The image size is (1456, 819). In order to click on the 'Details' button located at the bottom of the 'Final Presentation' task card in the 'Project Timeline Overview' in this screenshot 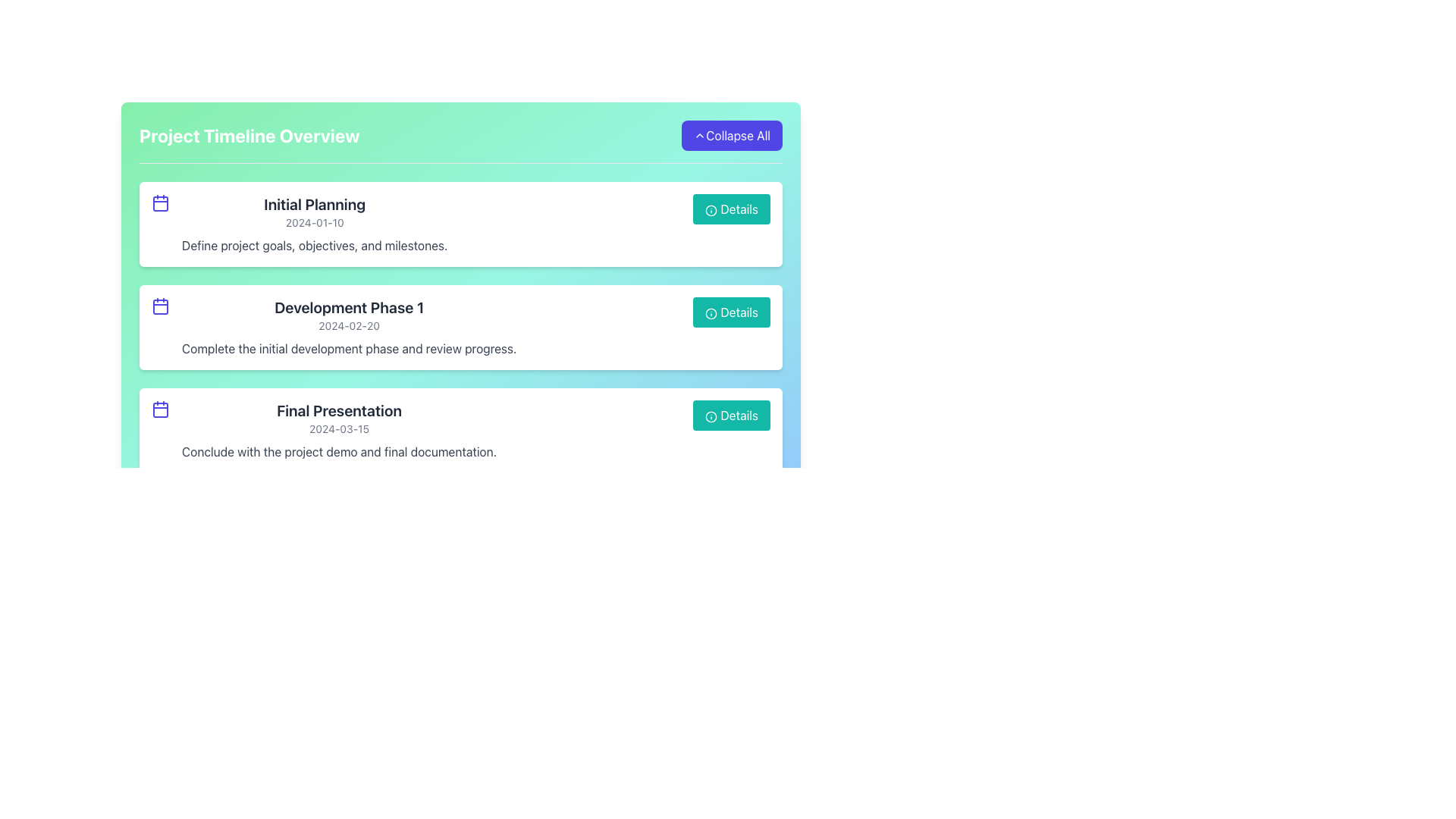, I will do `click(732, 415)`.